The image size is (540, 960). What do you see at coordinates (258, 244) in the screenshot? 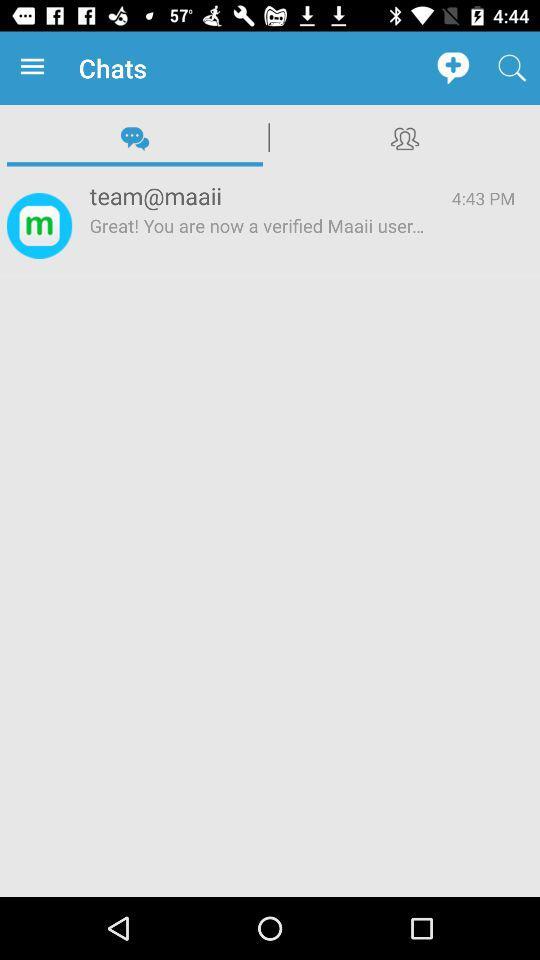
I see `the great you are item` at bounding box center [258, 244].